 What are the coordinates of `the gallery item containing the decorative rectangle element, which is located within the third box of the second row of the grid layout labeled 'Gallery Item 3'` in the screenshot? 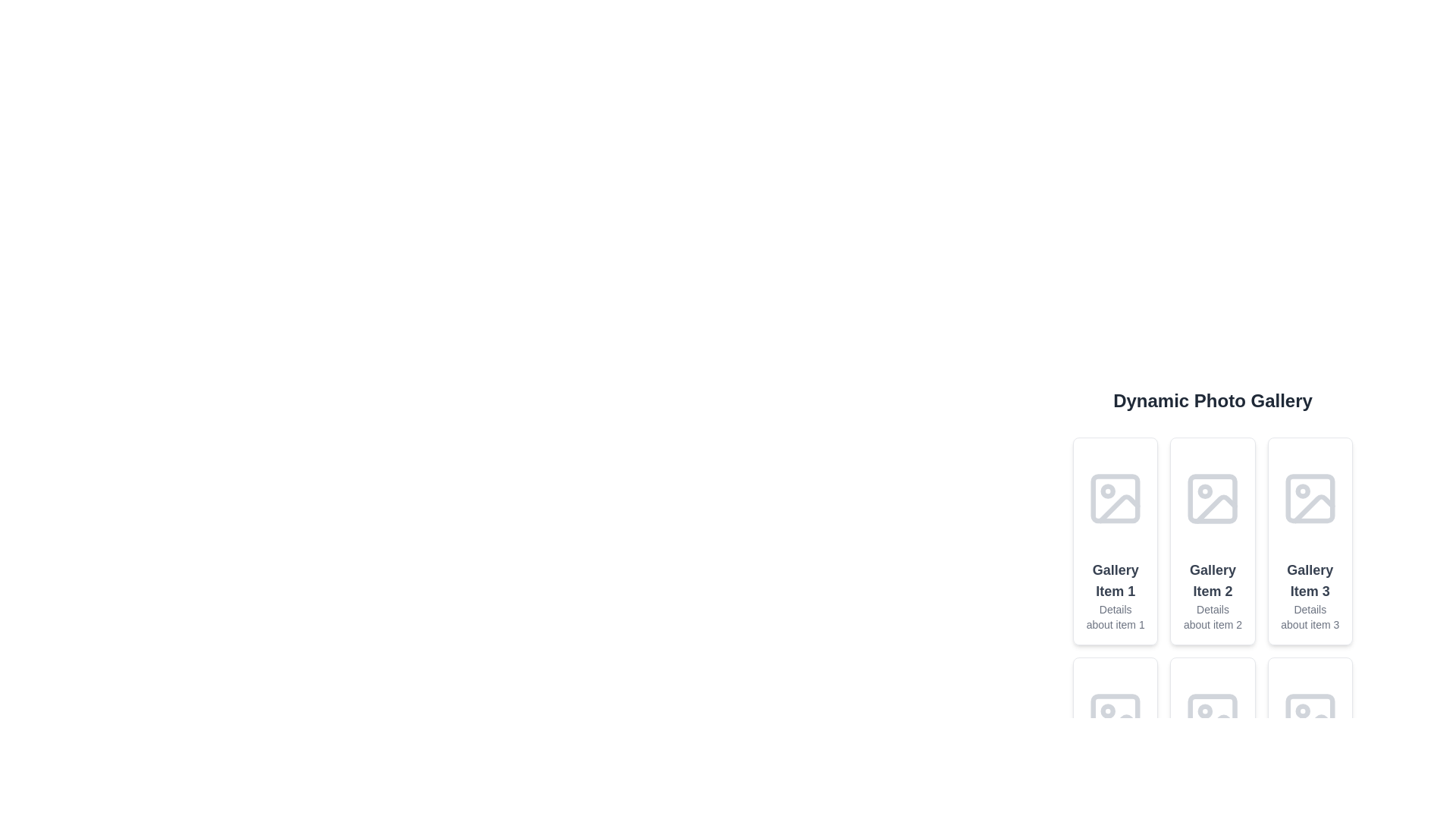 It's located at (1212, 718).